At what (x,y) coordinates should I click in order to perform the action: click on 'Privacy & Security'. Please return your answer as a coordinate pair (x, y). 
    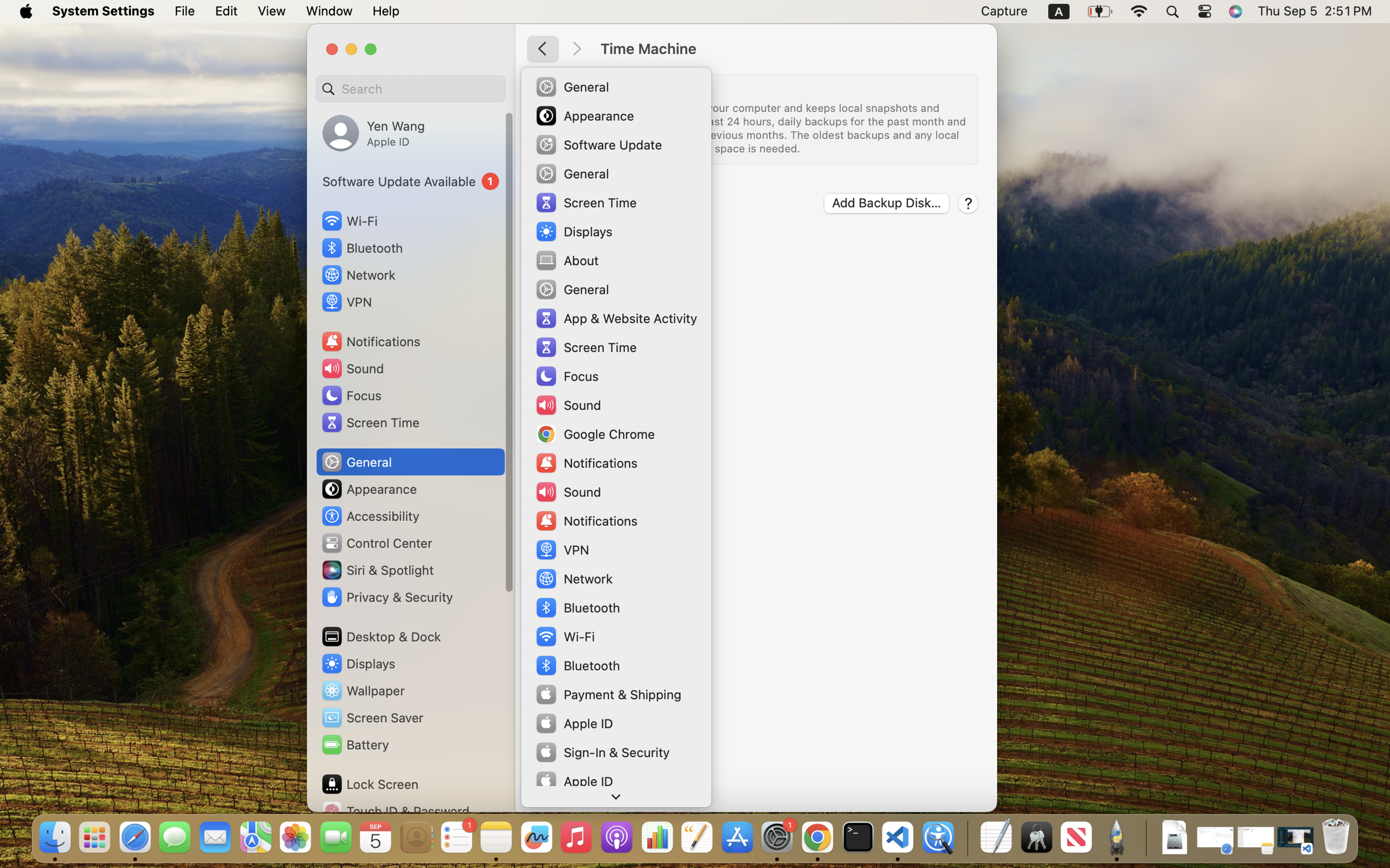
    Looking at the image, I should click on (385, 596).